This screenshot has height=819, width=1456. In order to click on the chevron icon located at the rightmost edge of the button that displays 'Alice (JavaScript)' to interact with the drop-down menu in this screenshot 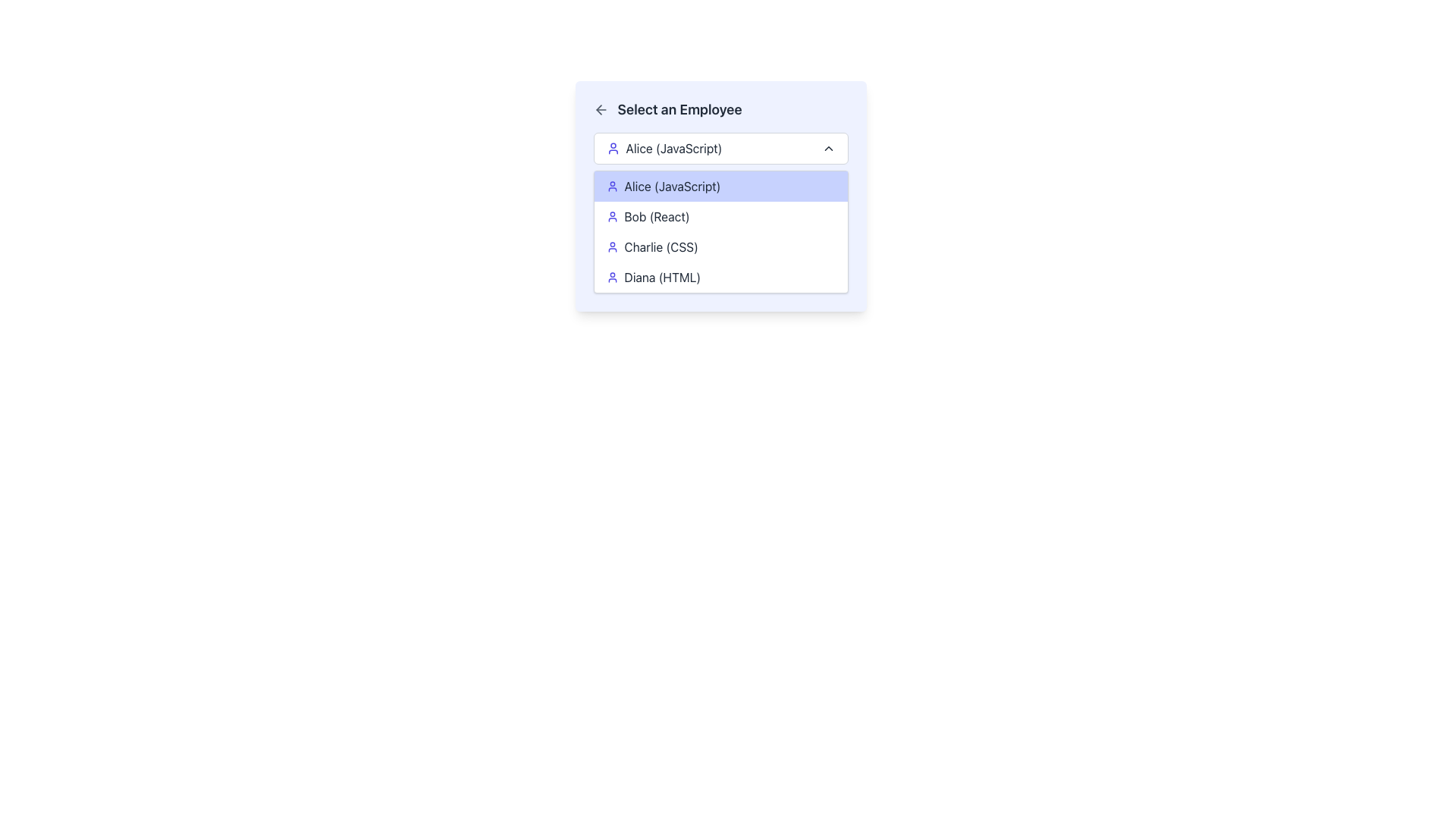, I will do `click(827, 149)`.